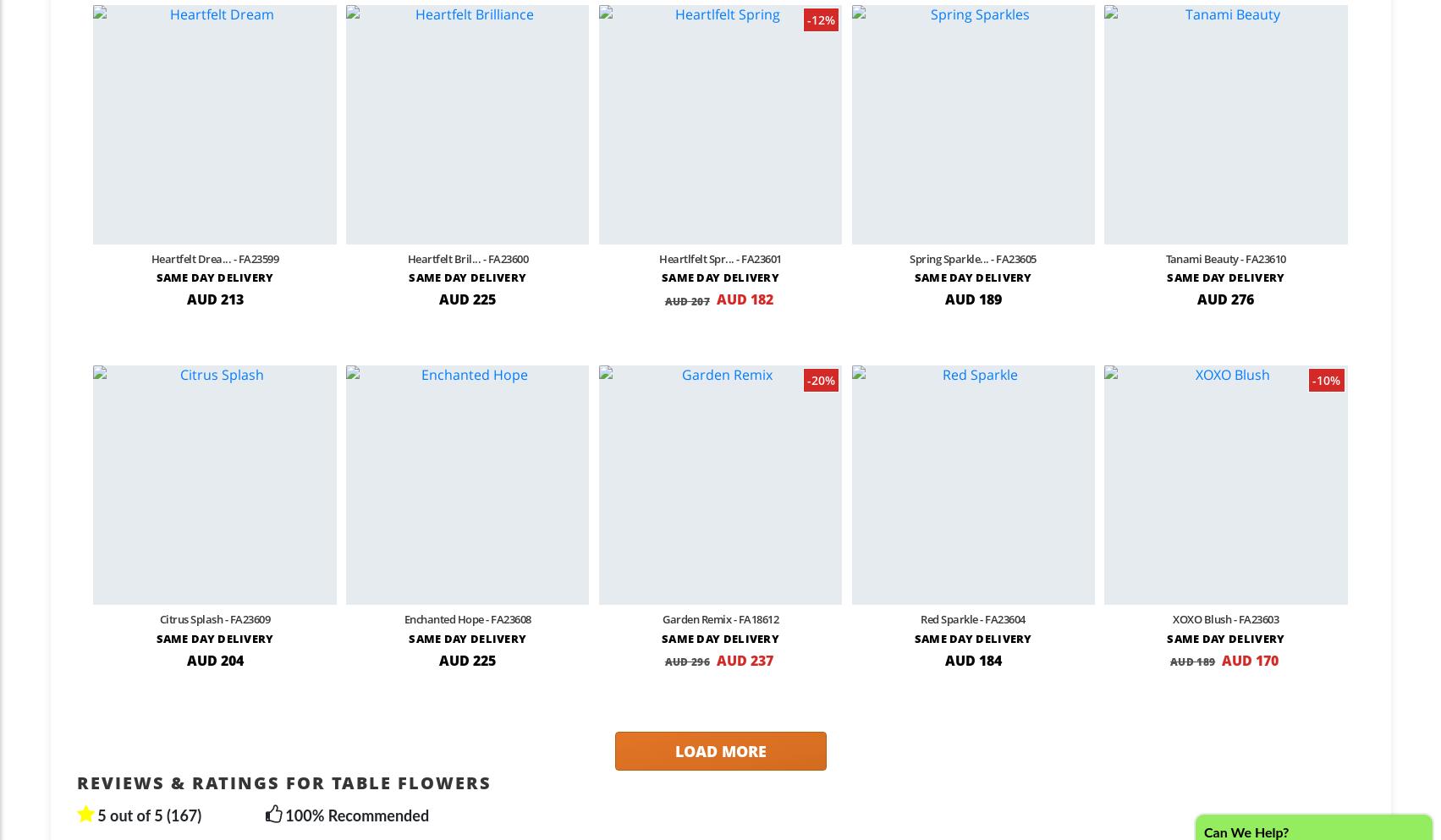  I want to click on 'Heartlfelt Spr... - FA23601', so click(658, 258).